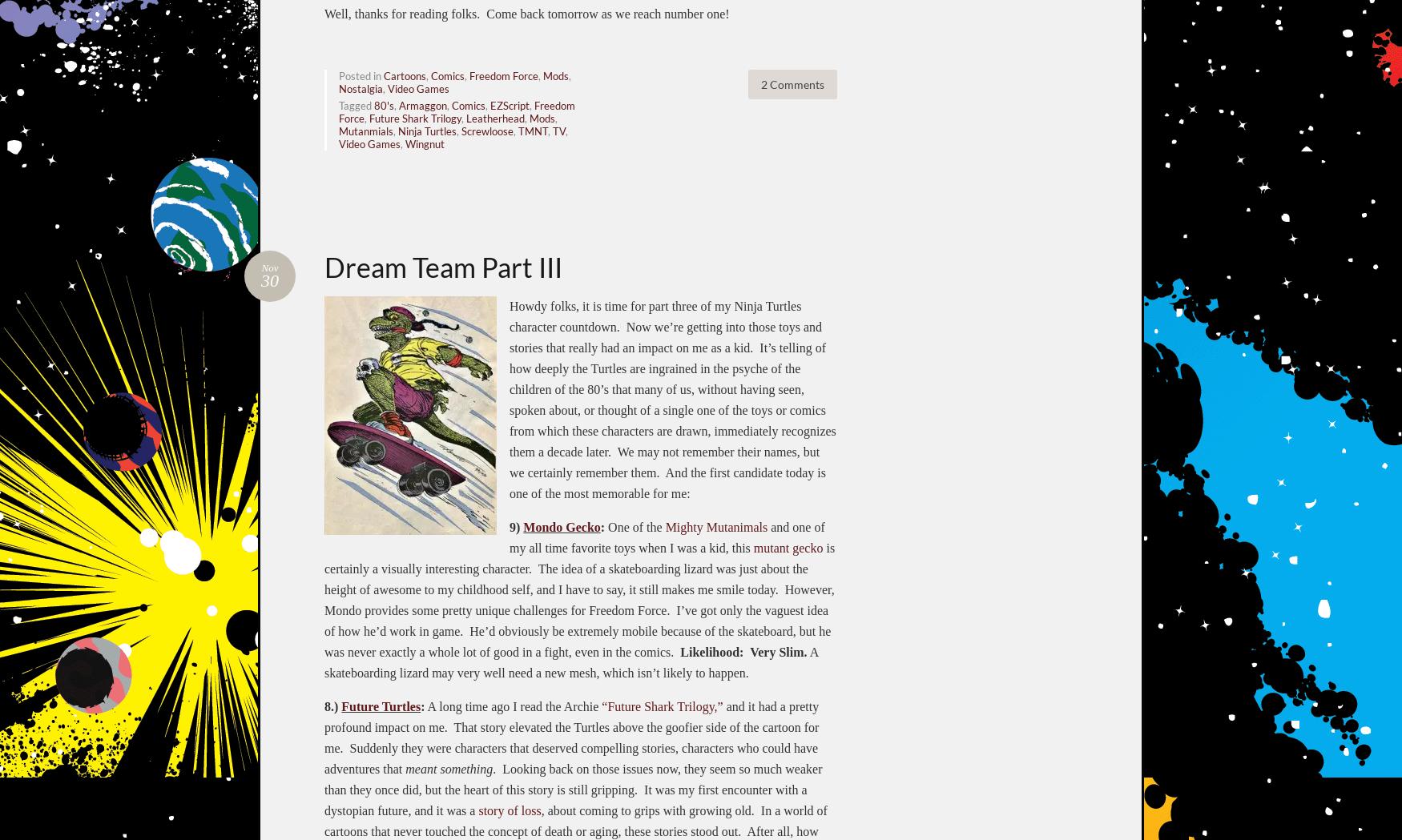  I want to click on 'Well, thanks for reading folks.  Come back tomorrow as we reach number one!', so click(526, 12).